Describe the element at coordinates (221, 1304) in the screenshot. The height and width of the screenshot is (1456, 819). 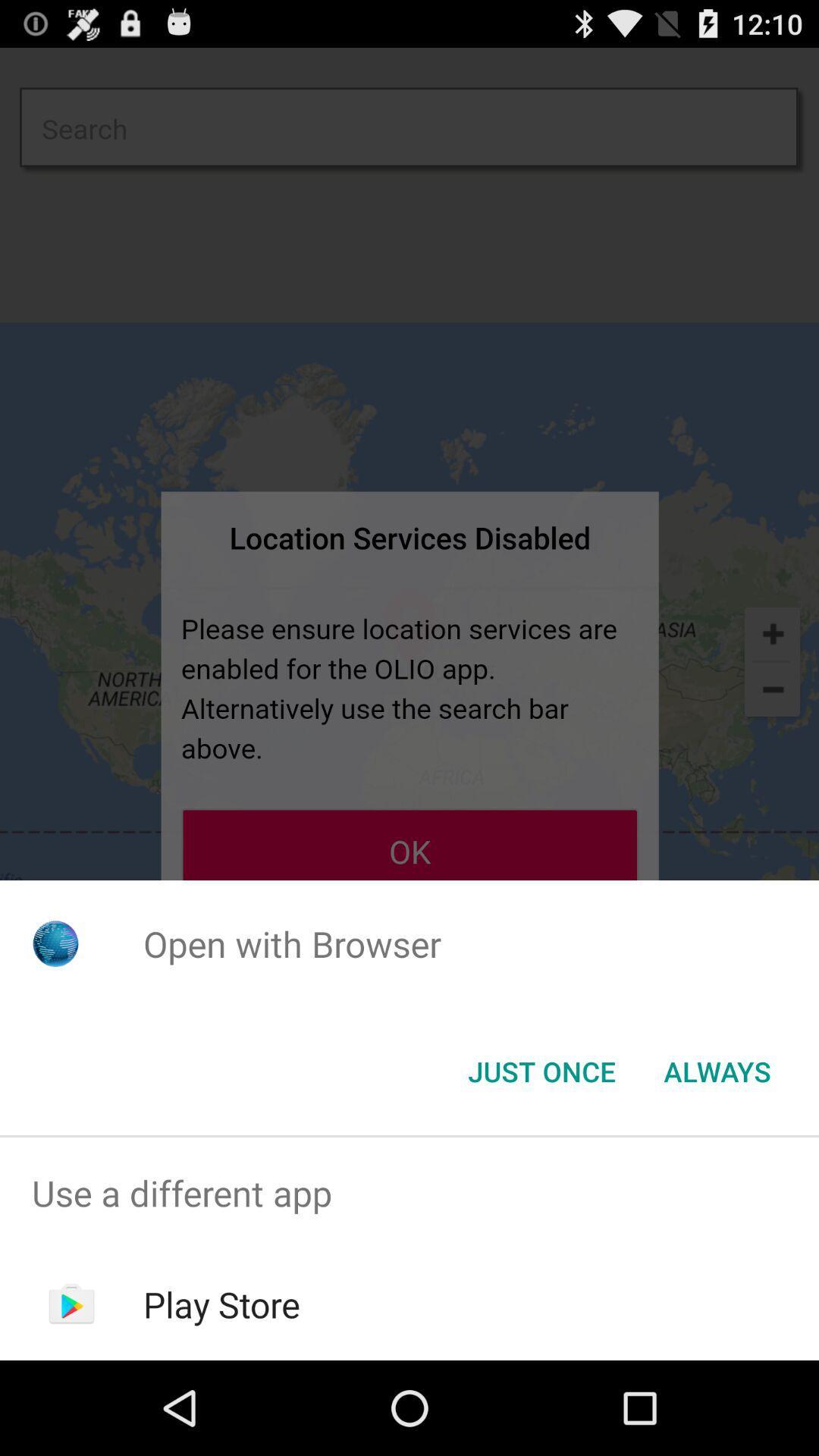
I see `icon below the use a different app` at that location.